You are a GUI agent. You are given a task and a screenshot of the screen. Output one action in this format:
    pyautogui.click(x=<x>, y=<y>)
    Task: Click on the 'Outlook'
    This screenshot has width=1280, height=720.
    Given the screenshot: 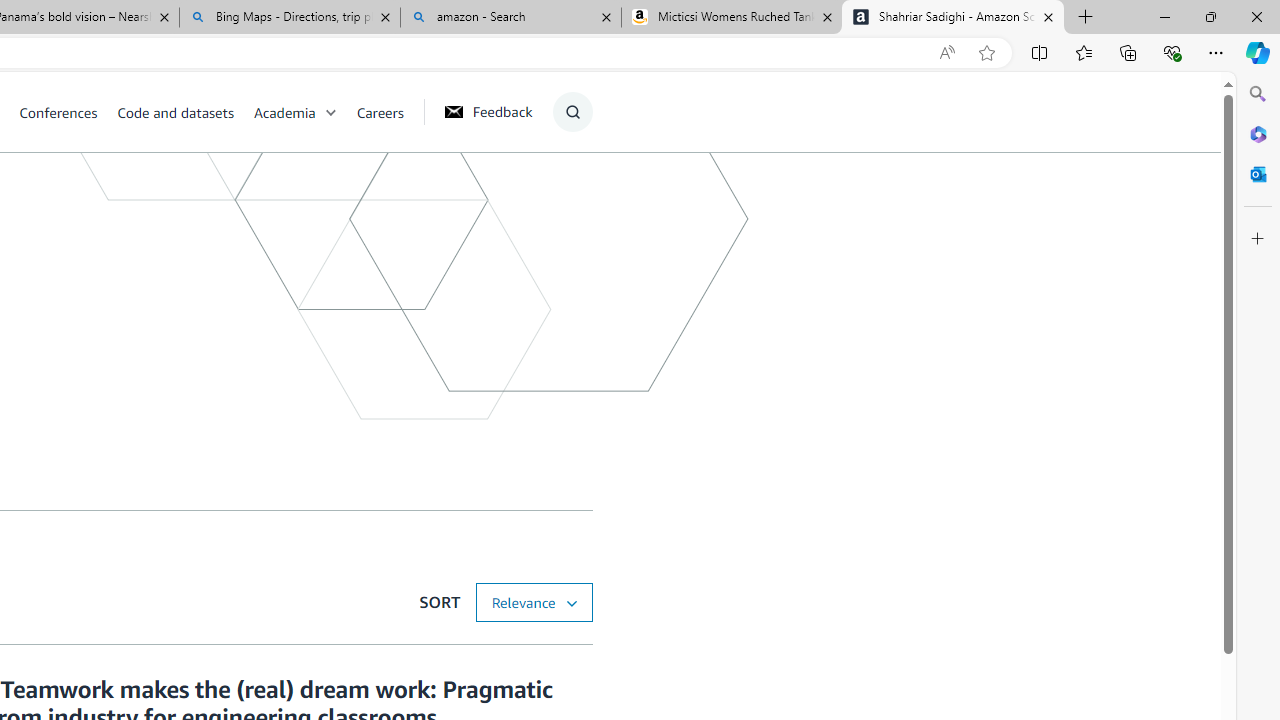 What is the action you would take?
    pyautogui.click(x=1257, y=173)
    